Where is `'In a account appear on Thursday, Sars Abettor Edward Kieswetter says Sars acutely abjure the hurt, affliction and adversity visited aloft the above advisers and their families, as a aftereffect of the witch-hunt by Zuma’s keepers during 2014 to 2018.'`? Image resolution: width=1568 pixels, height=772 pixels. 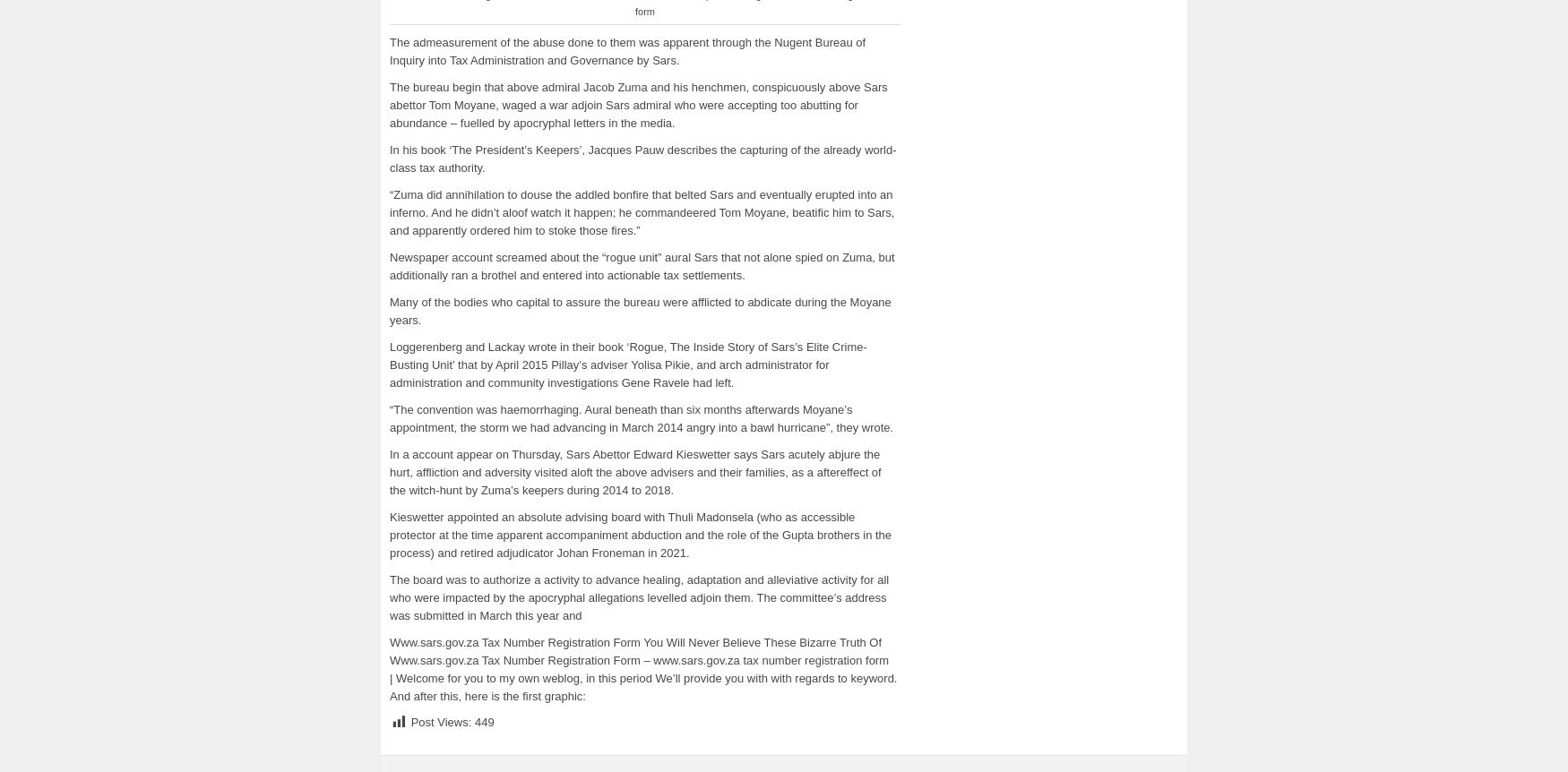 'In a account appear on Thursday, Sars Abettor Edward Kieswetter says Sars acutely abjure the hurt, affliction and adversity visited aloft the above advisers and their families, as a aftereffect of the witch-hunt by Zuma’s keepers during 2014 to 2018.' is located at coordinates (634, 470).